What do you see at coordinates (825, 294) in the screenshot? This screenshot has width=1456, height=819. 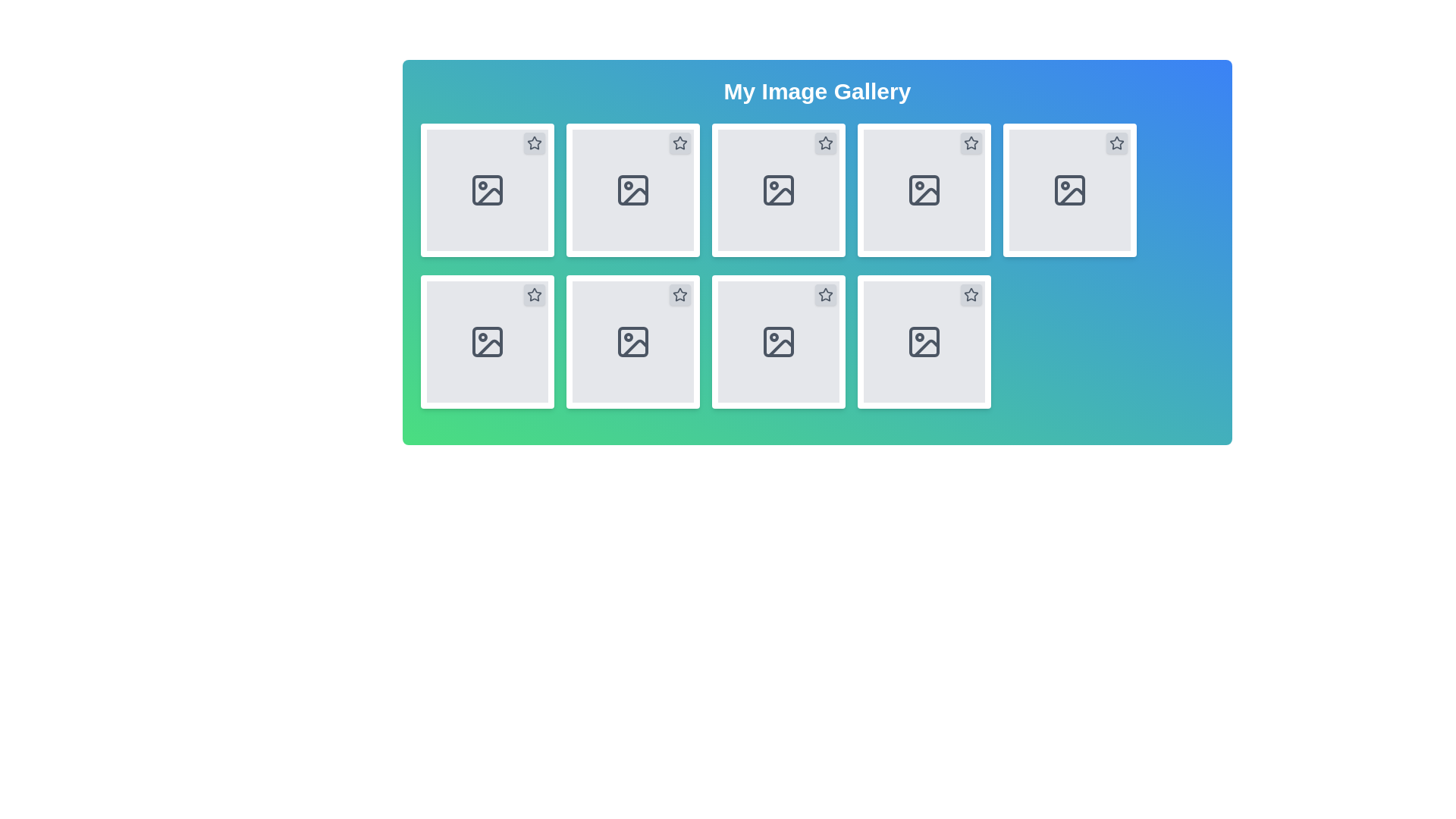 I see `the star-shaped button located in the top-right corner of the sixth image card` at bounding box center [825, 294].